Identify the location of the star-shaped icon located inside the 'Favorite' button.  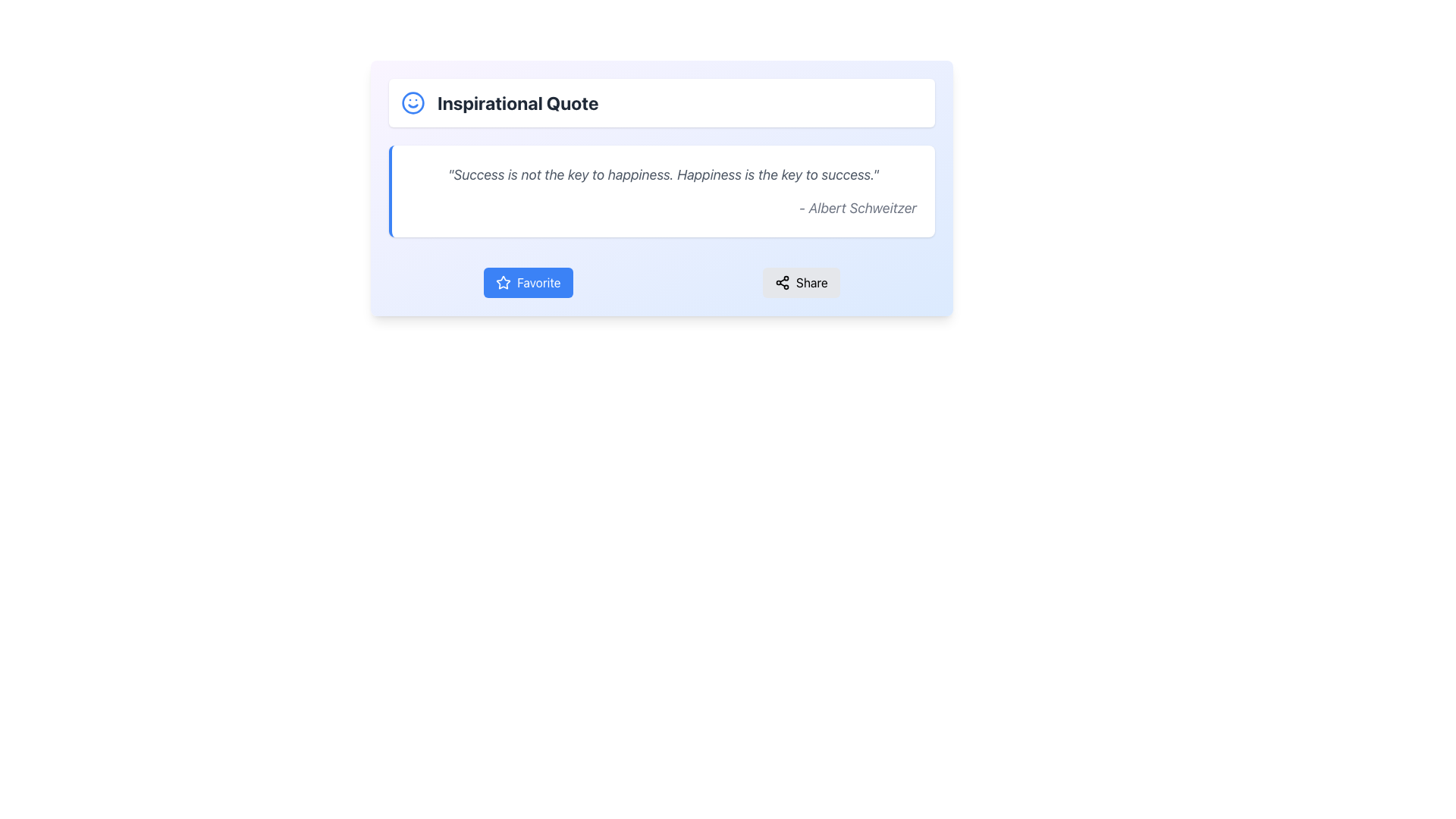
(504, 282).